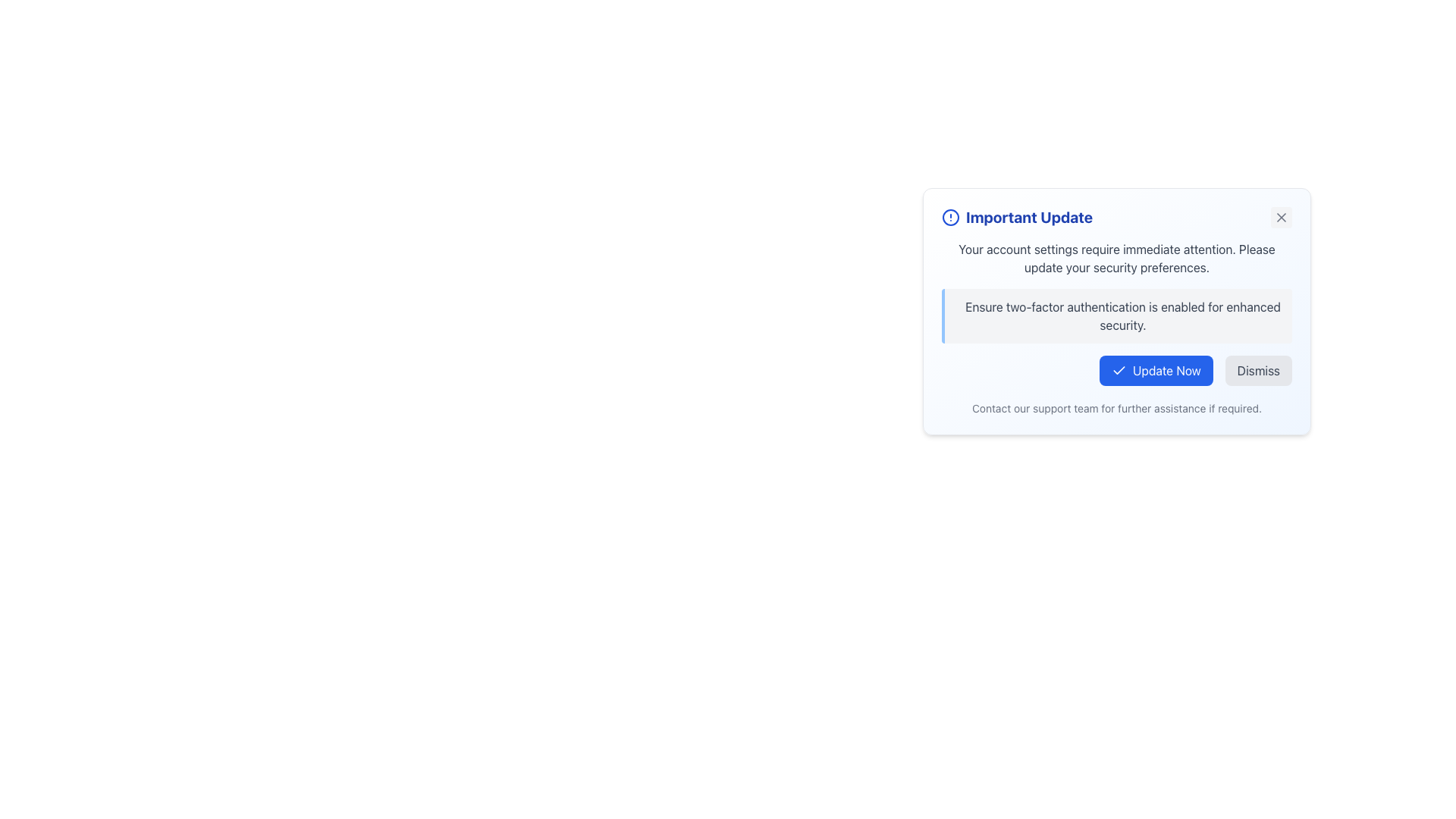  Describe the element at coordinates (1280, 217) in the screenshot. I see `the dismiss or close button located at the top-right corner of the notification dialog, which appears after the text 'Important Update'` at that location.